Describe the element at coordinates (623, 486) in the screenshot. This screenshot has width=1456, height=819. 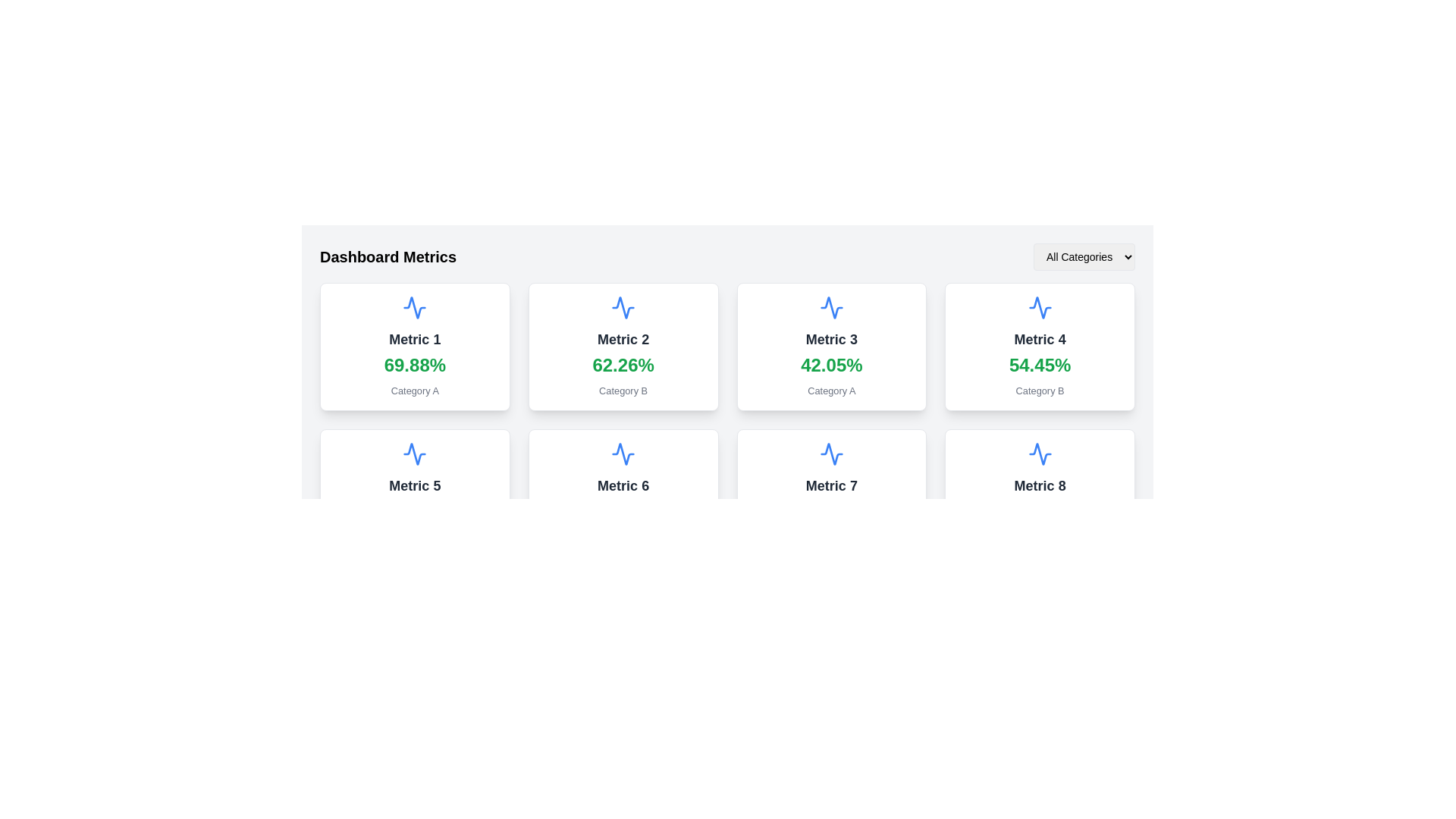
I see `the text label indicating the metric in the sixth card of the grid layout` at that location.